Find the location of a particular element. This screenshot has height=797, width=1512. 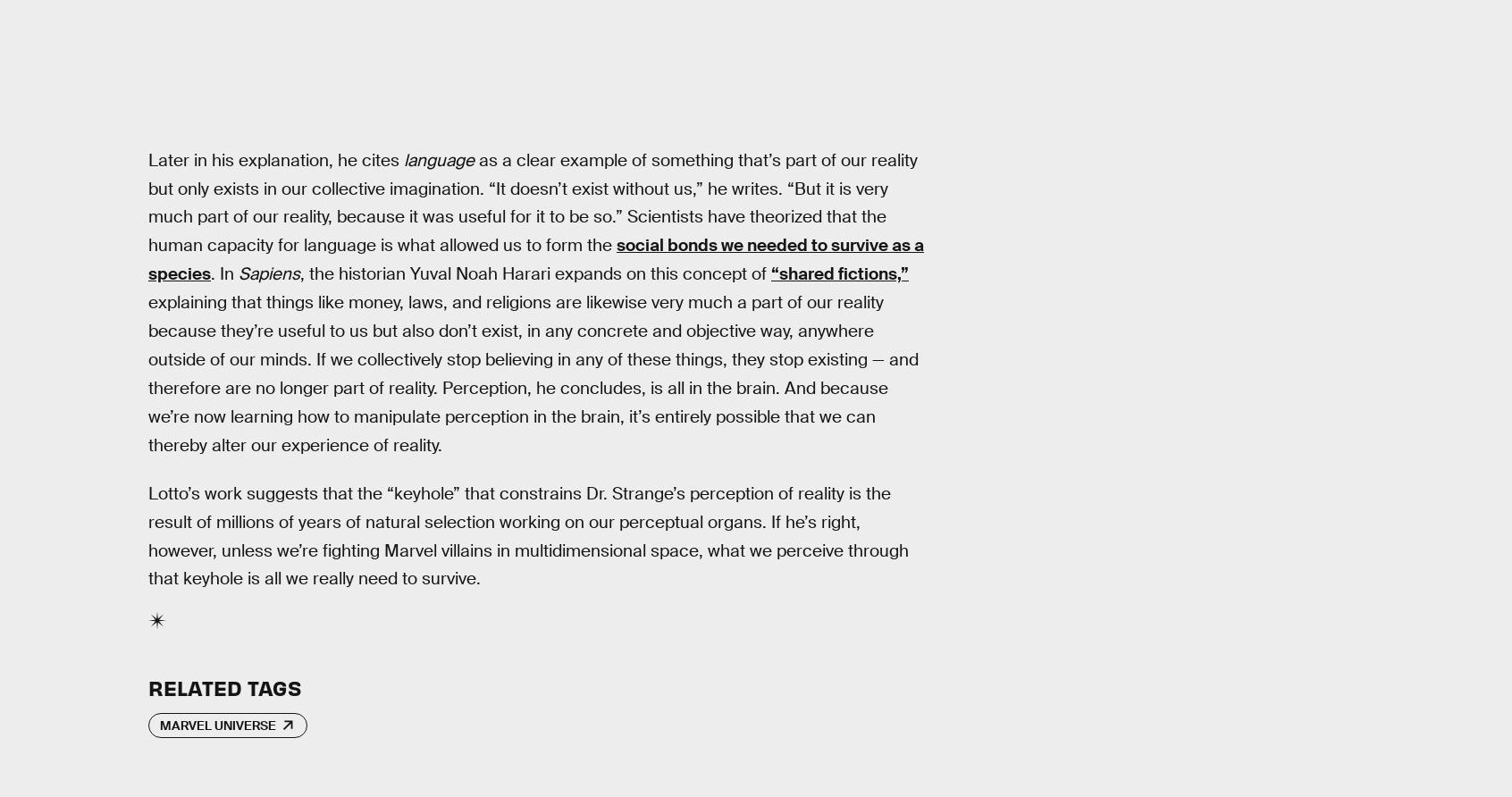

'“shared fictions,”' is located at coordinates (840, 273).